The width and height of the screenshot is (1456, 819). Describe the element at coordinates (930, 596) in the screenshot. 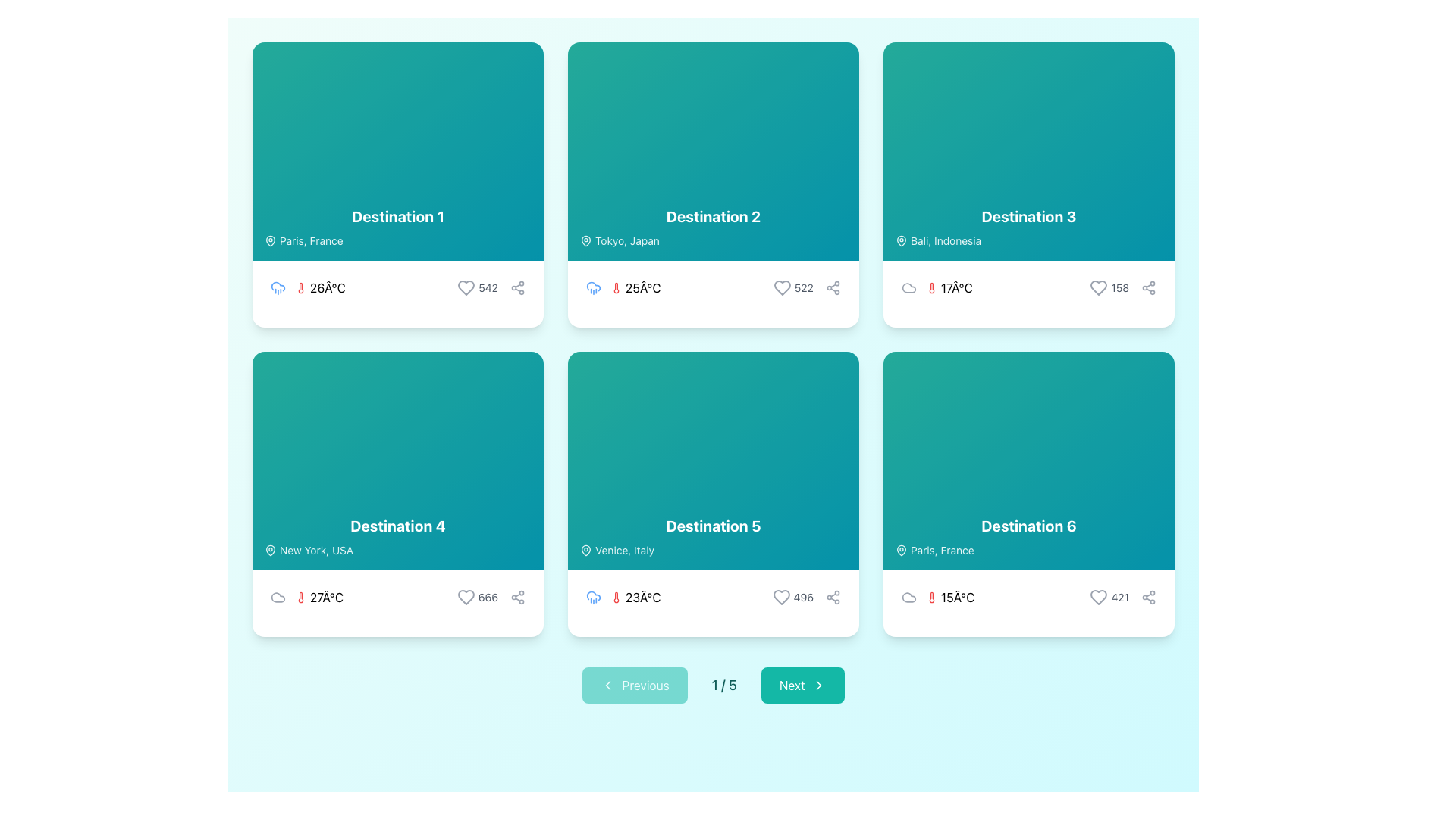

I see `the red thermometer icon located within the 'Destination 6' card, which is positioned to the left of the text '15°C', to understand related information` at that location.